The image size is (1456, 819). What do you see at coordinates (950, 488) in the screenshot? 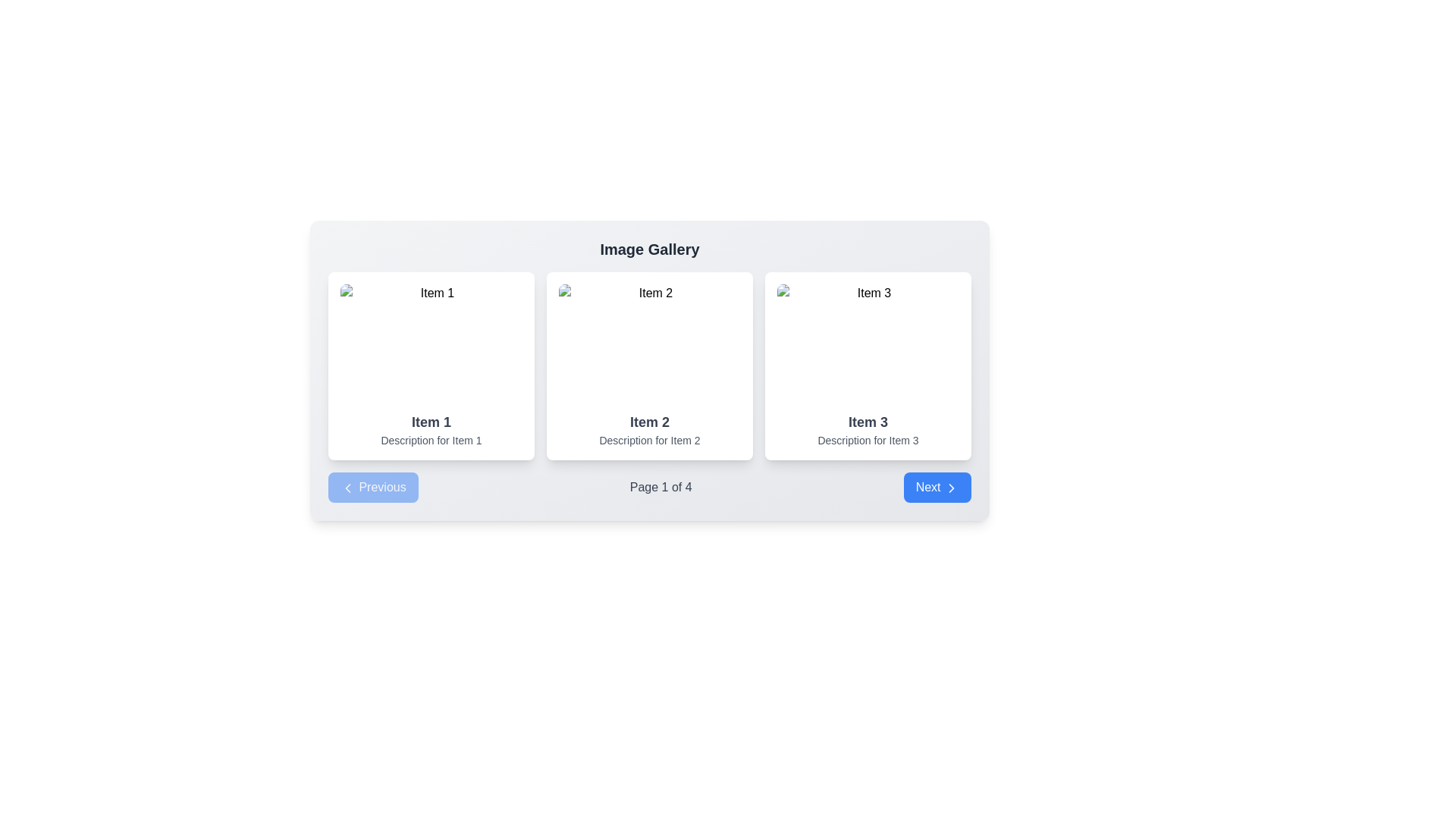
I see `the directional arrow icon located inside the 'Next' button, positioned towards the bottom-right corner of the interface` at bounding box center [950, 488].